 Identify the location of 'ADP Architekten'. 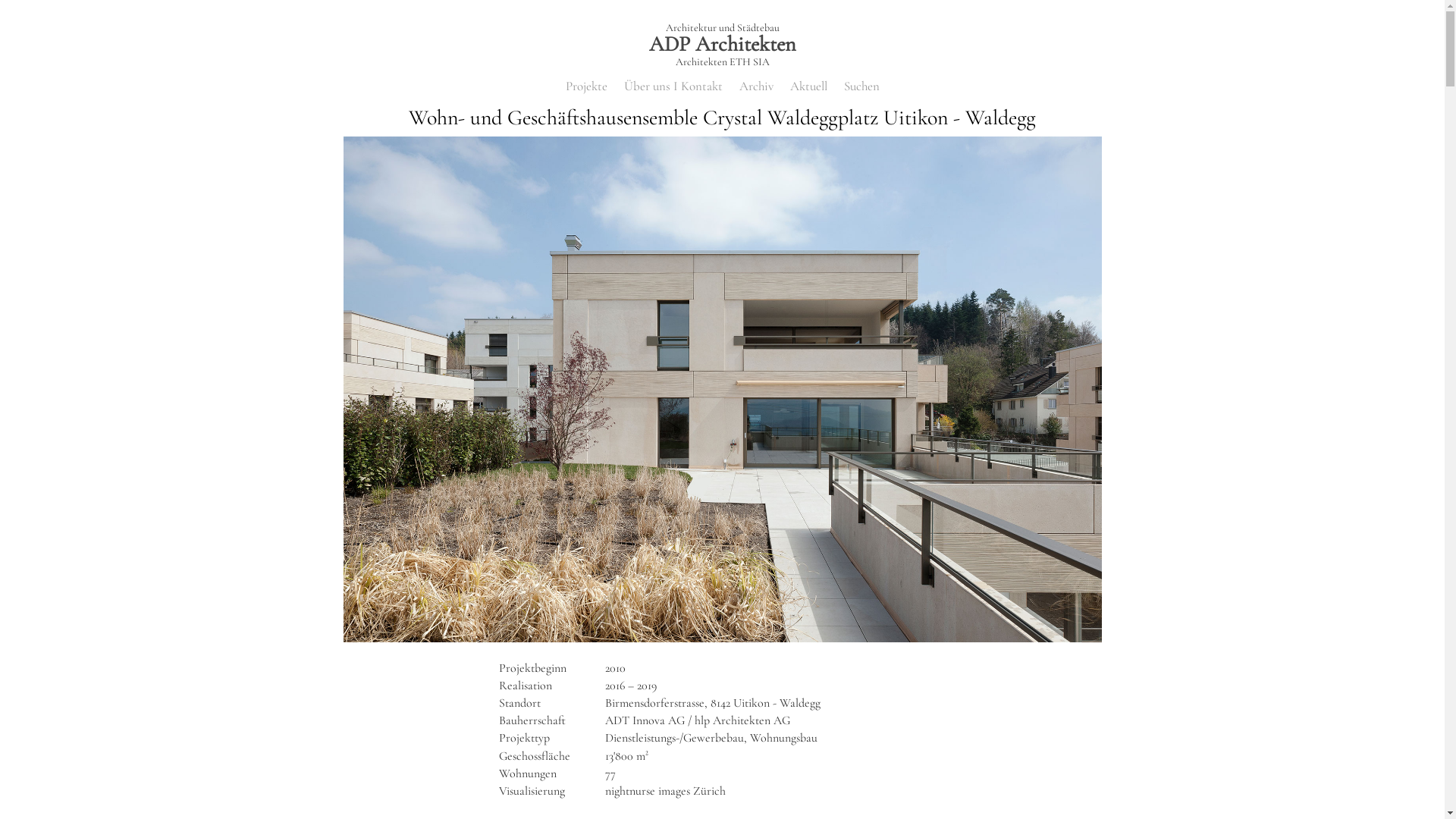
(720, 42).